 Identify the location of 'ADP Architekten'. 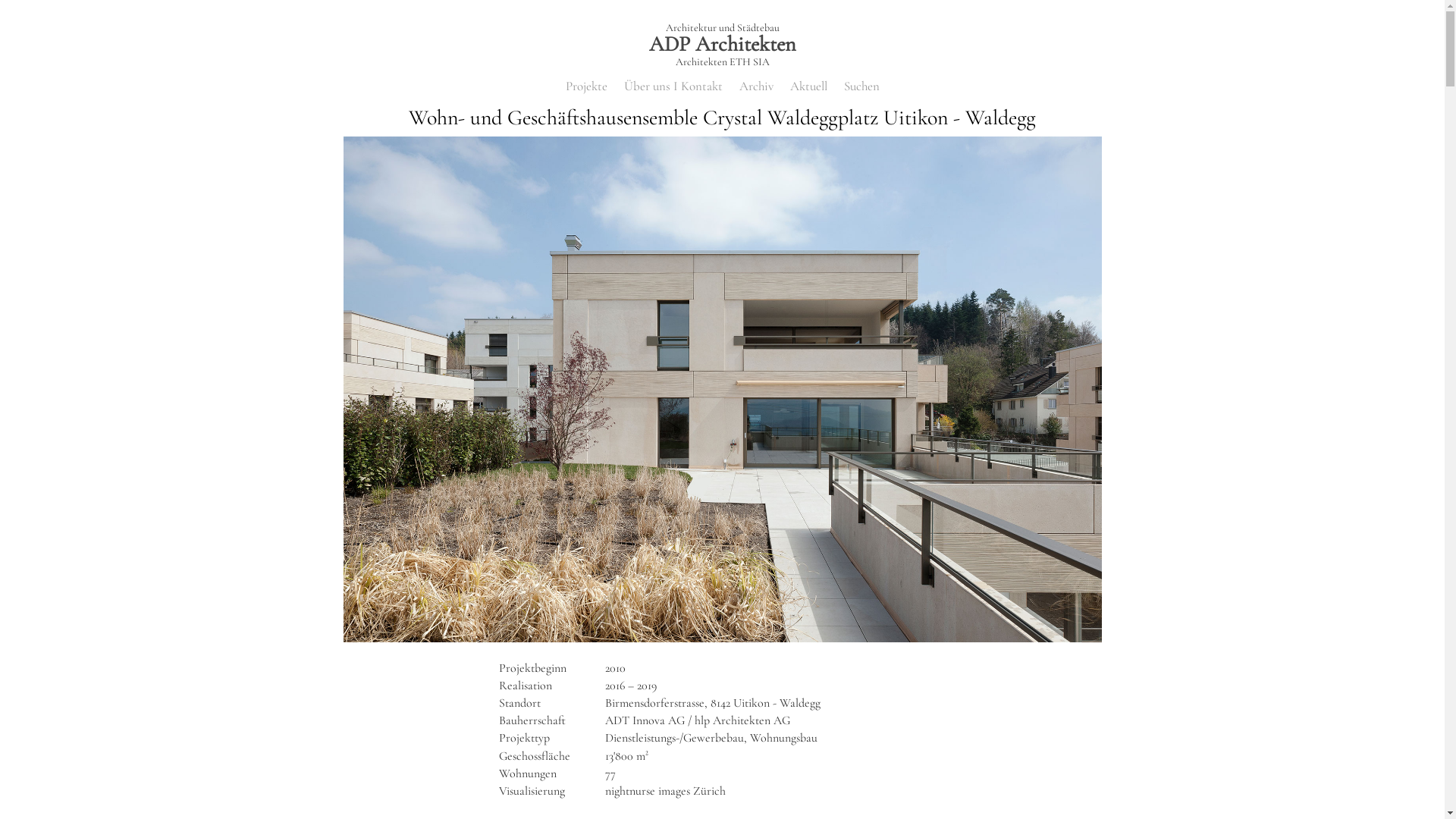
(720, 42).